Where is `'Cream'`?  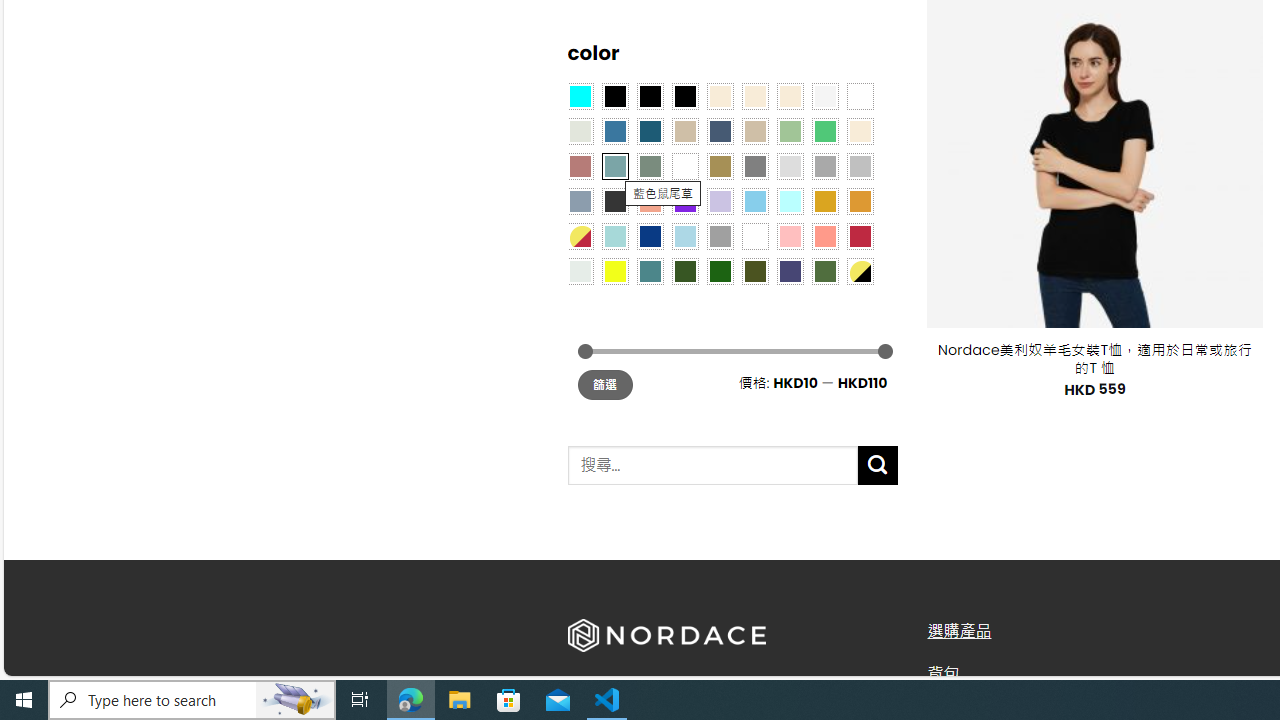 'Cream' is located at coordinates (788, 95).